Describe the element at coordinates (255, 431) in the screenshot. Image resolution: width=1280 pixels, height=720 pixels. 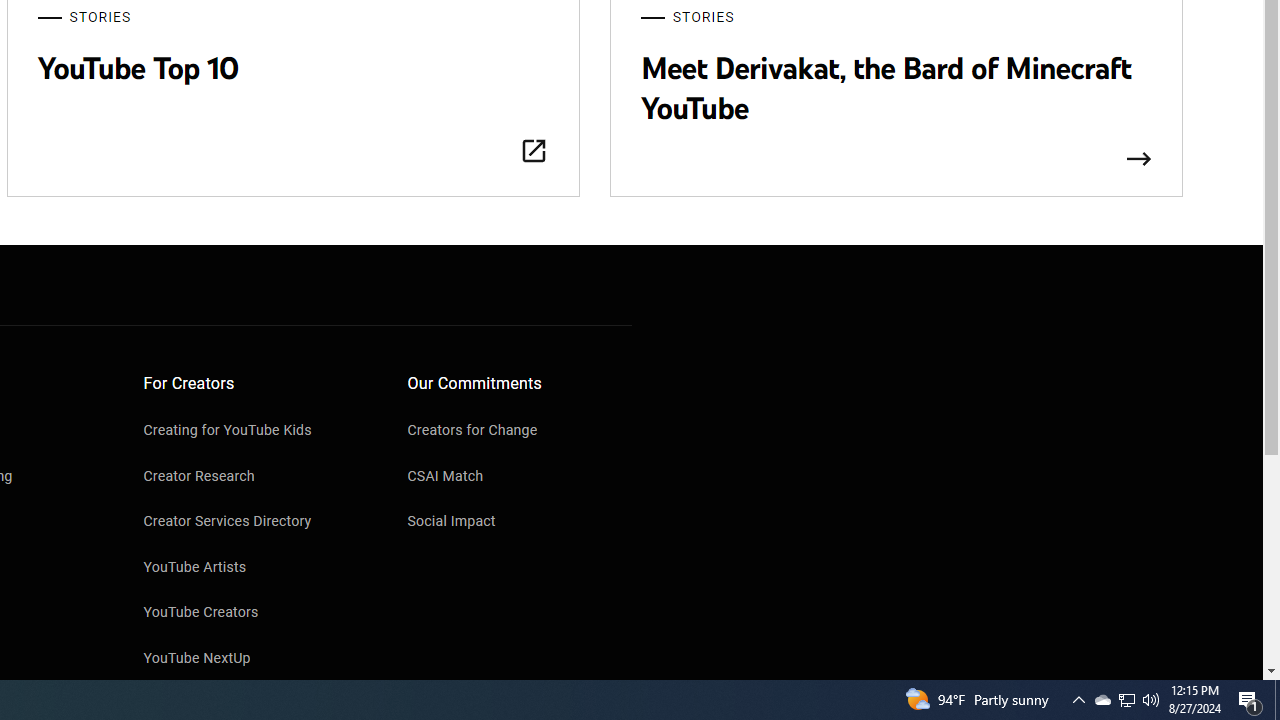
I see `'Creating for YouTube Kids'` at that location.